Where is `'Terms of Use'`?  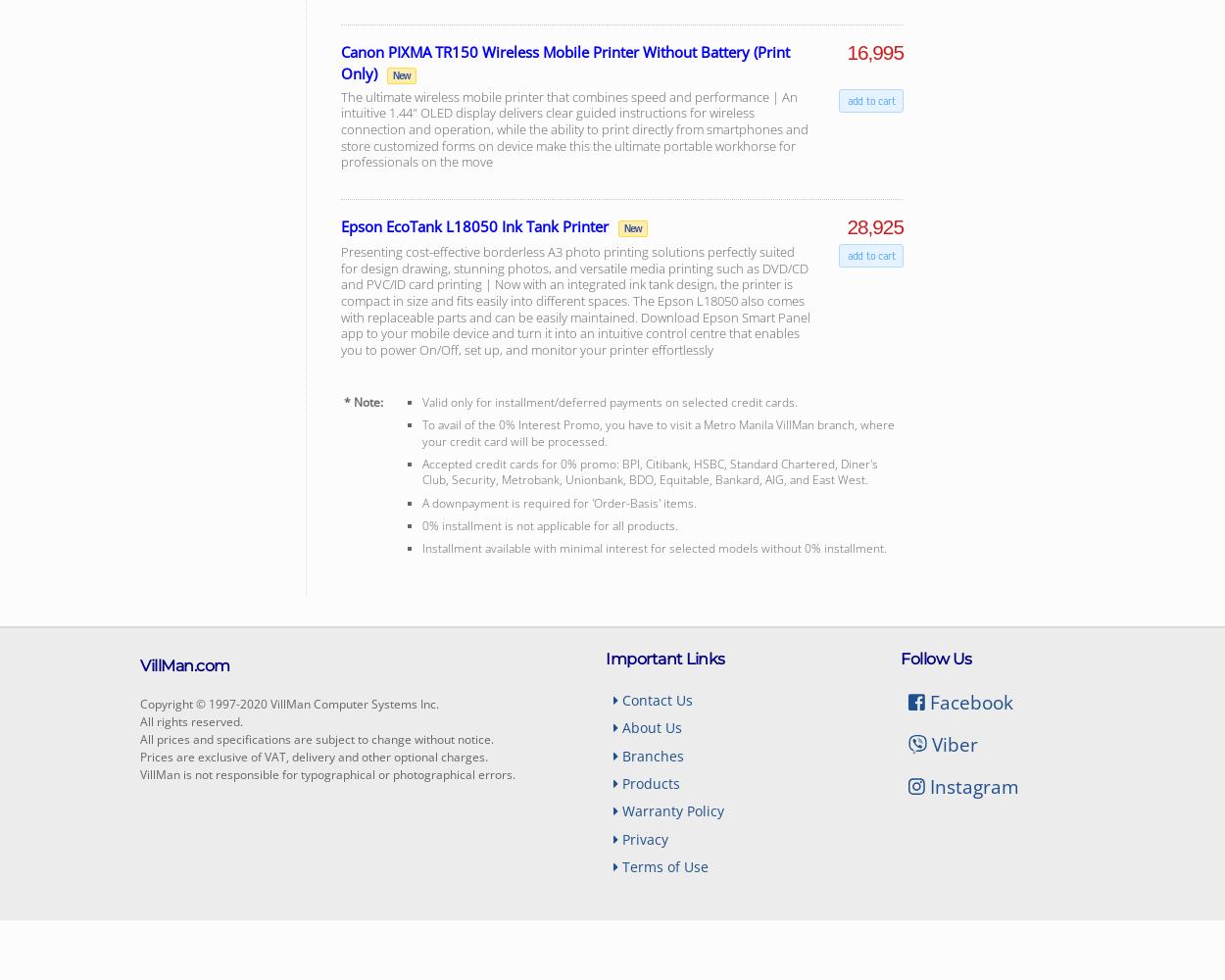
'Terms of Use' is located at coordinates (663, 866).